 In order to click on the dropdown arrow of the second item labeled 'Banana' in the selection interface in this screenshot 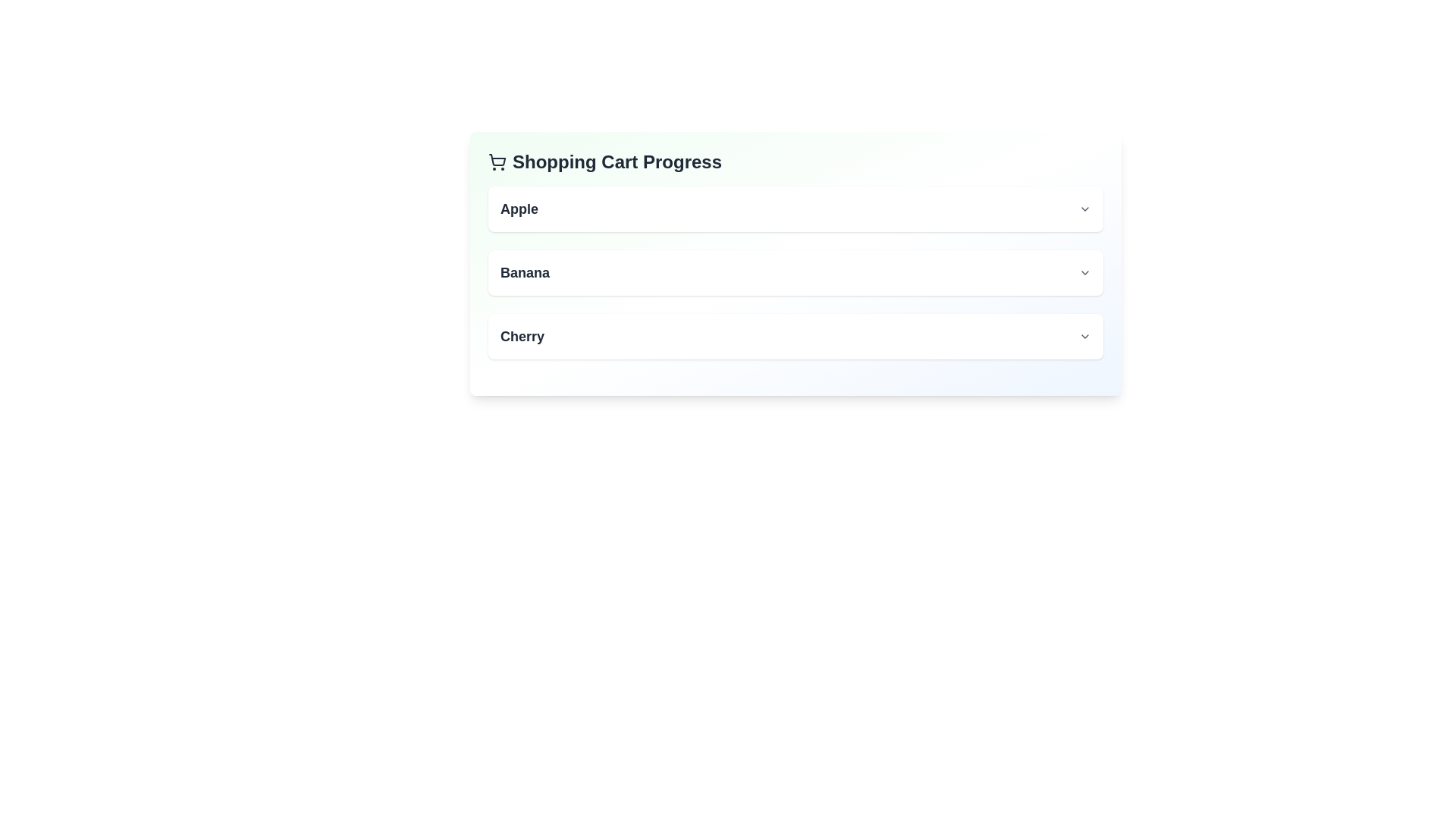, I will do `click(795, 271)`.